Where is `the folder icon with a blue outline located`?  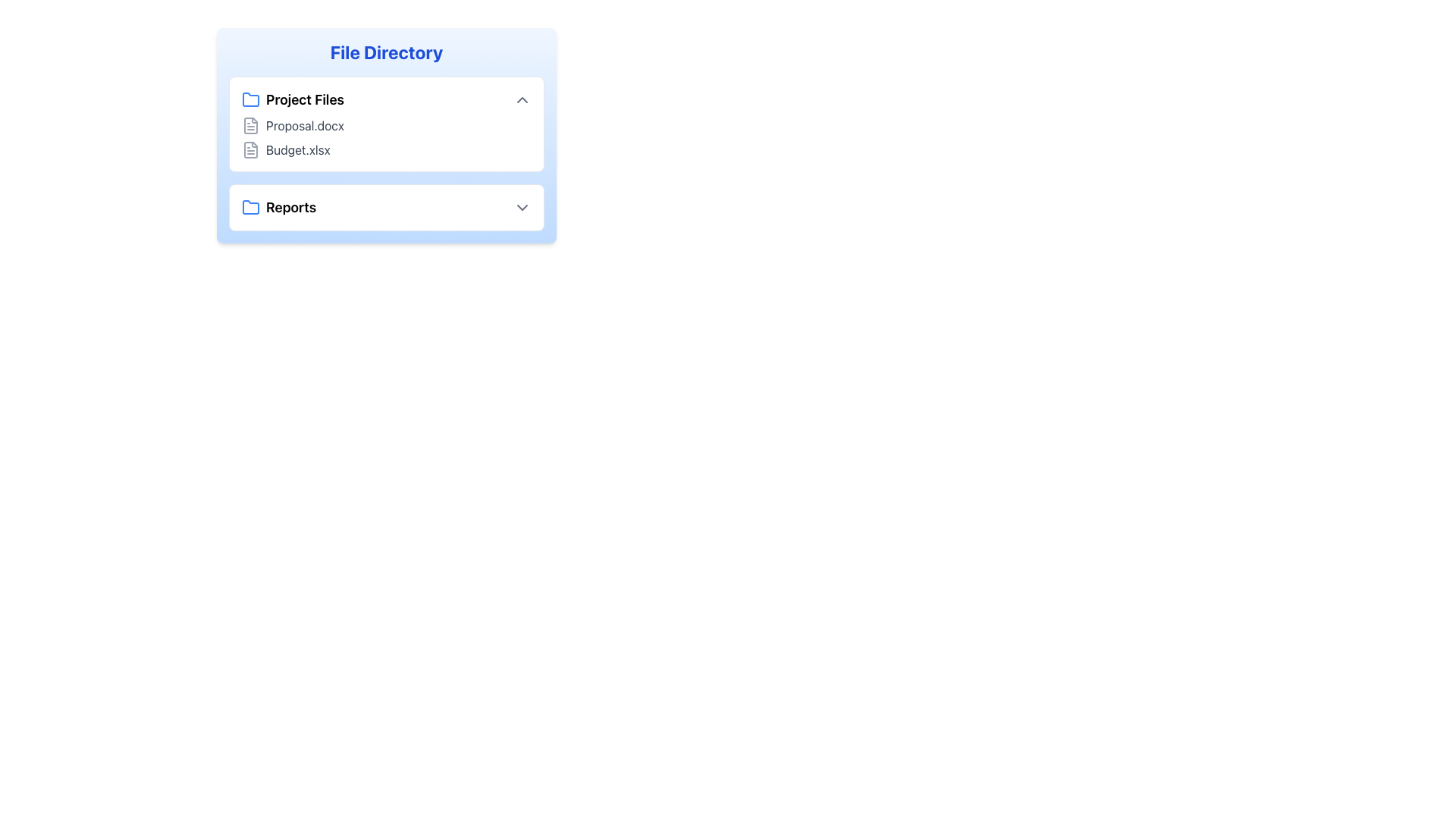 the folder icon with a blue outline located is located at coordinates (251, 99).